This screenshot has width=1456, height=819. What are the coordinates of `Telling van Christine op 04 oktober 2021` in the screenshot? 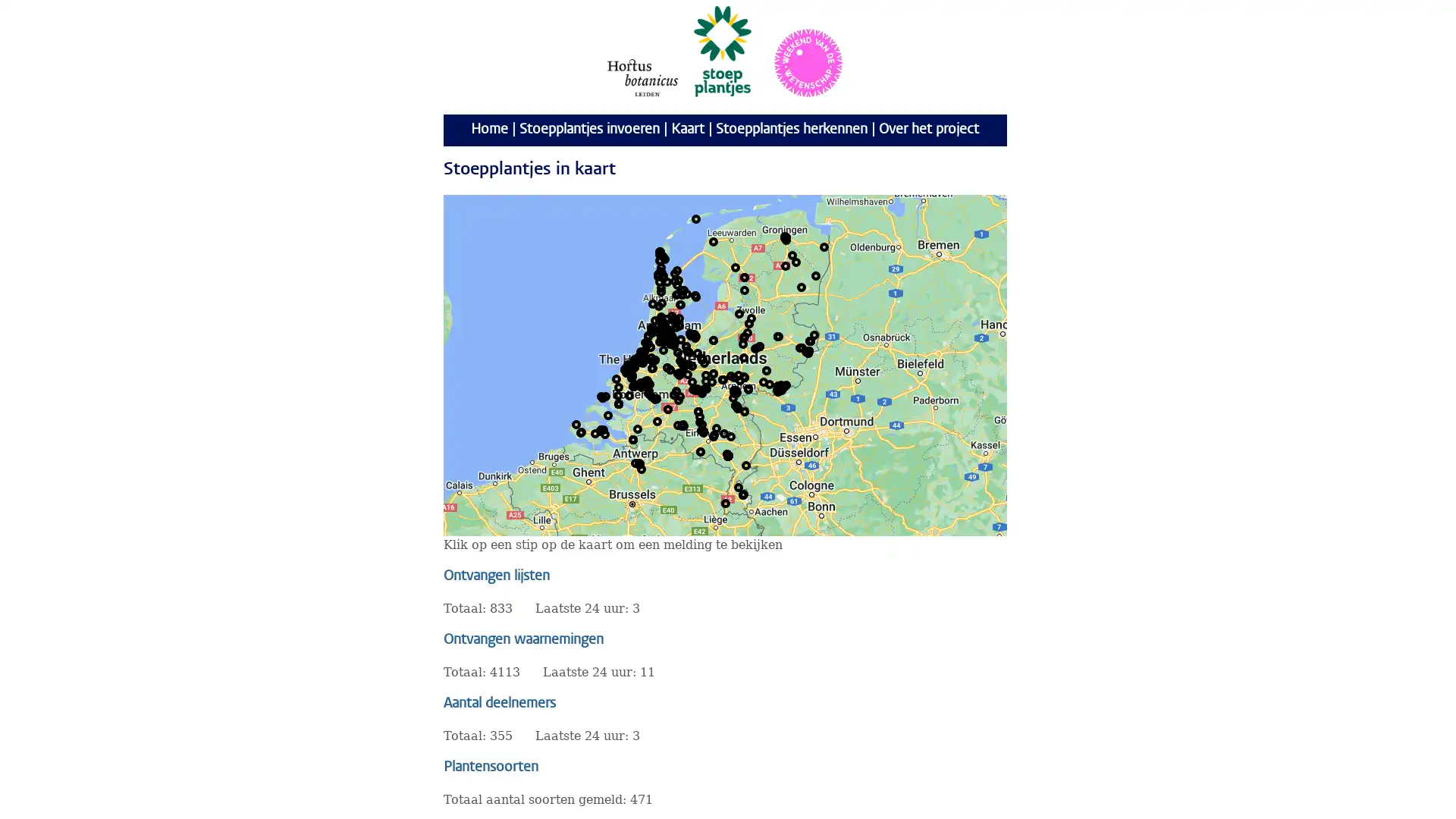 It's located at (688, 351).